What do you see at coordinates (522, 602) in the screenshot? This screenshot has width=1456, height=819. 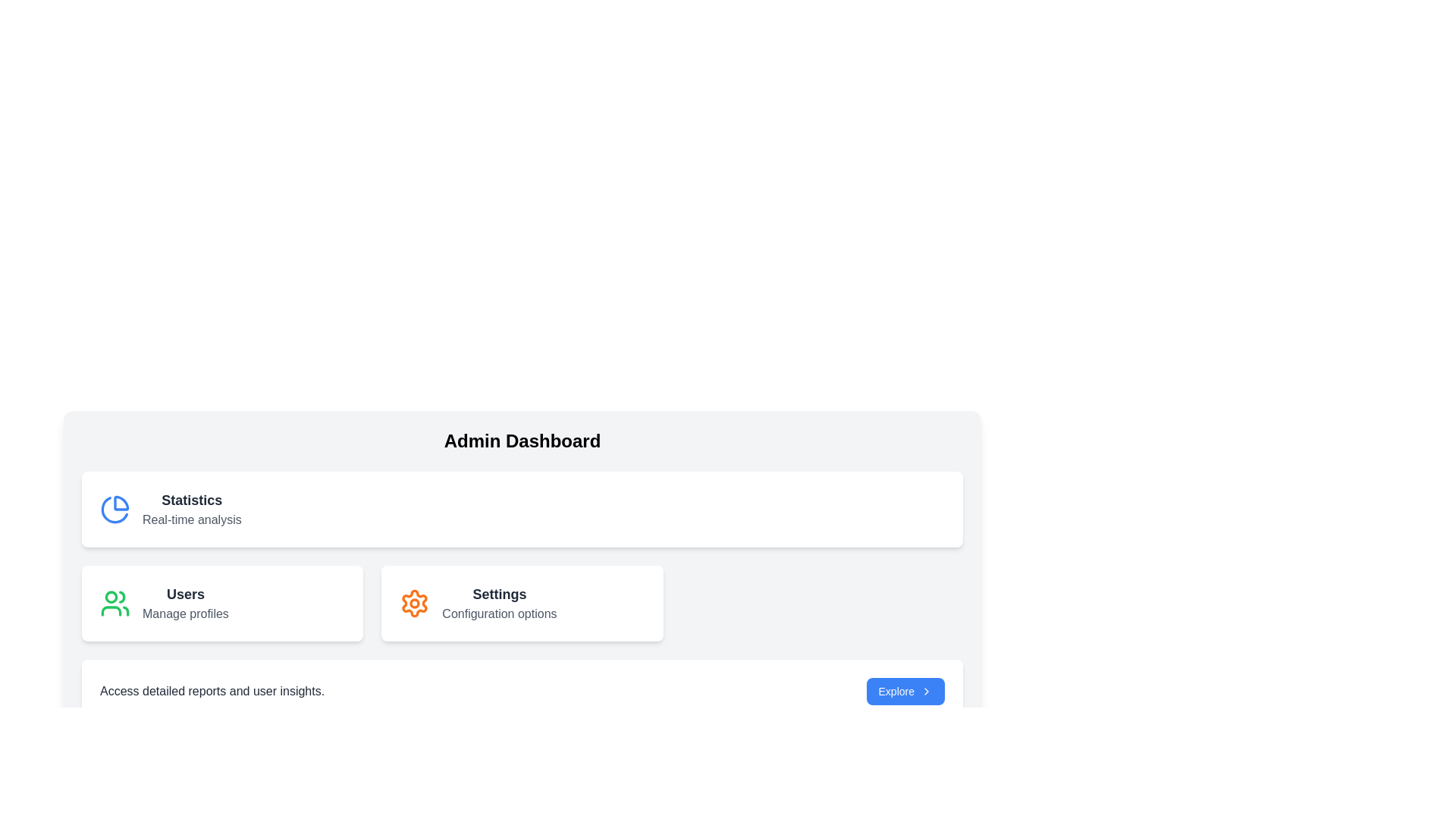 I see `the 'Settings' Text and Icon Display Component, which features an orange gear icon and displays 'Settings' and 'Configuration options' text` at bounding box center [522, 602].